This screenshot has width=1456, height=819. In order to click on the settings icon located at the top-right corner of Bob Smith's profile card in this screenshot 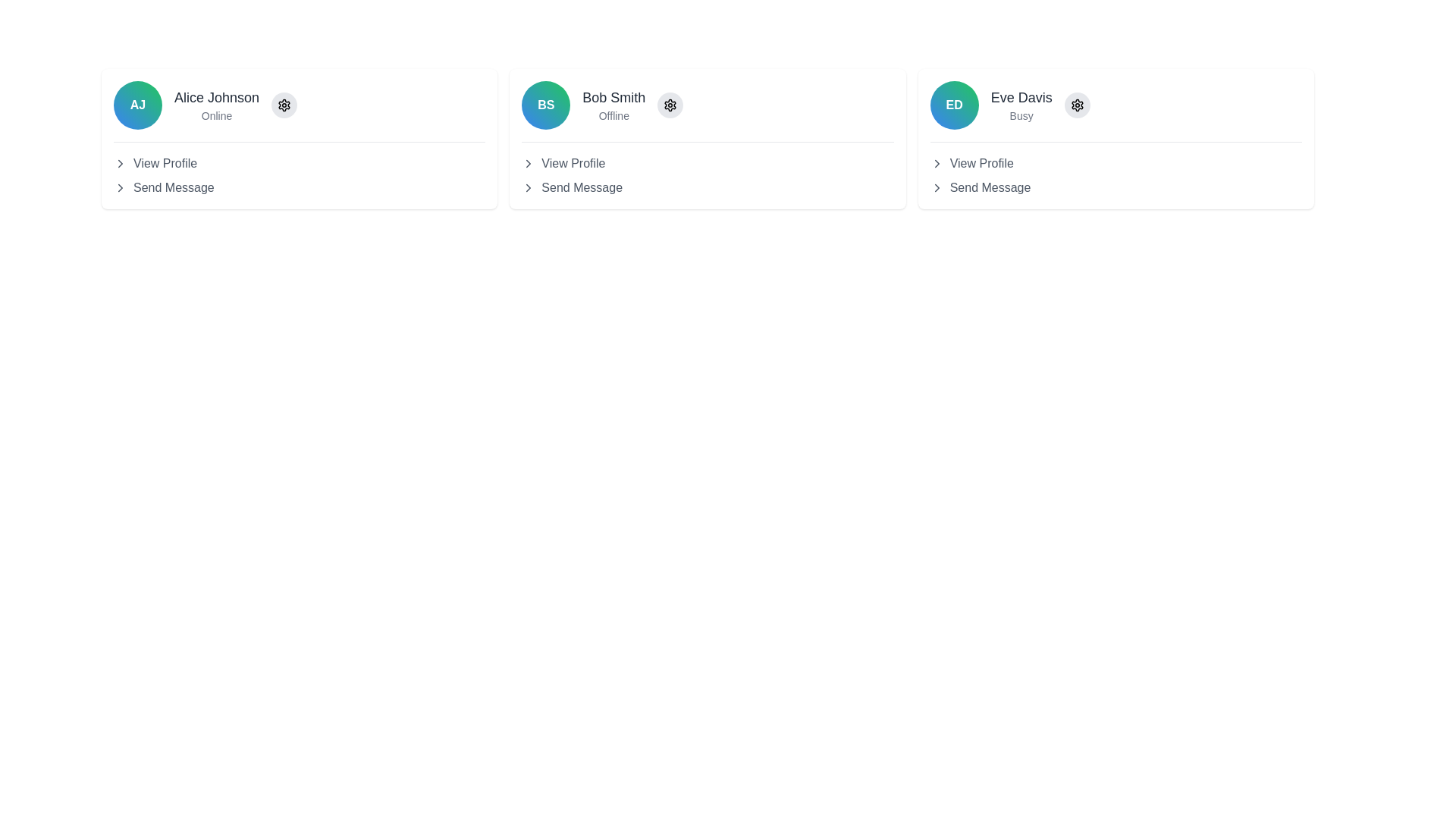, I will do `click(670, 104)`.